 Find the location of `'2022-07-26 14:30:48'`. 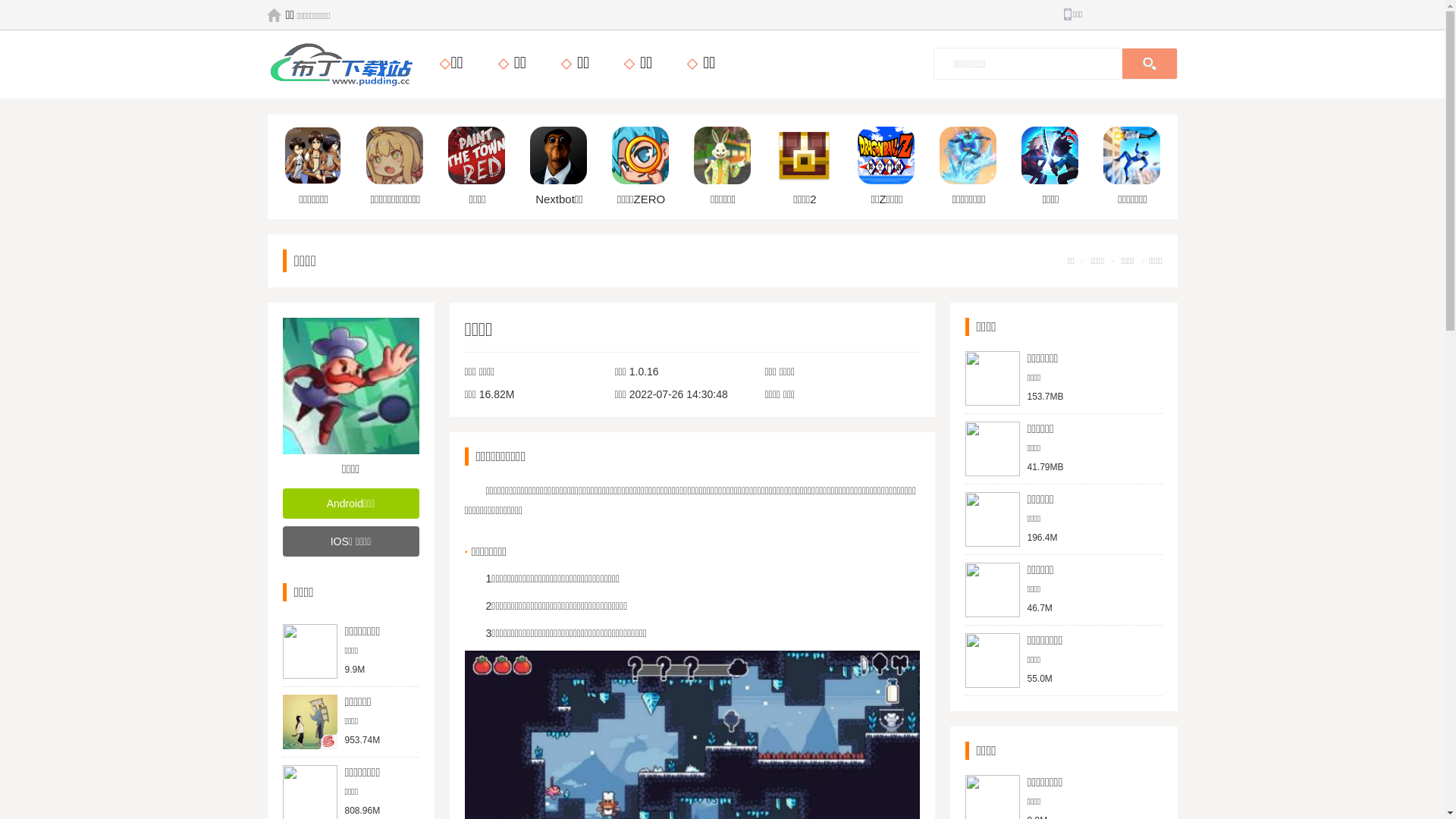

'2022-07-26 14:30:48' is located at coordinates (677, 394).